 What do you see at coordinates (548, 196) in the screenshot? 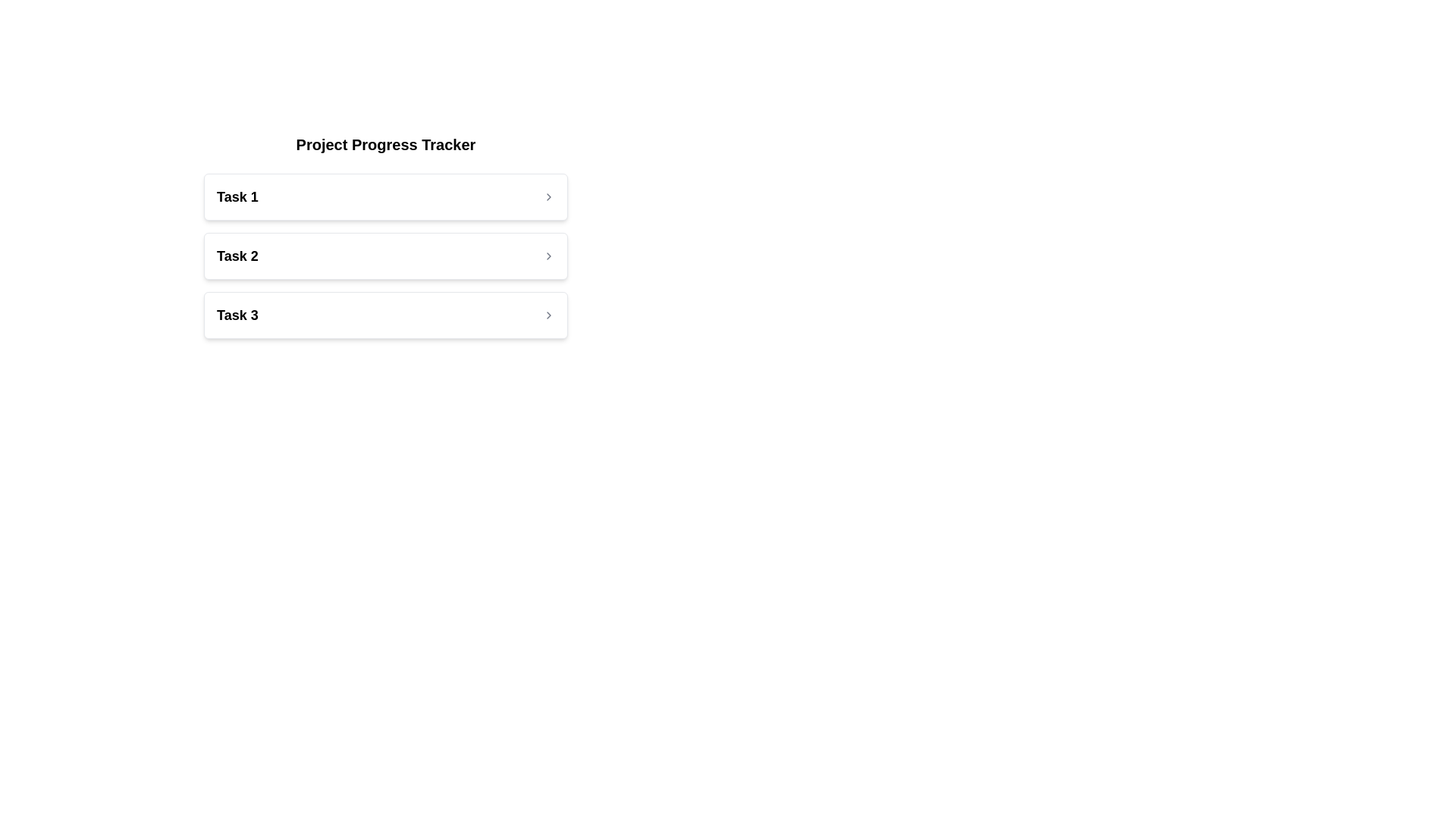
I see `the right-pointing chevron icon styled in light gray, which is aligned to the far right of the 'Task 1' text` at bounding box center [548, 196].